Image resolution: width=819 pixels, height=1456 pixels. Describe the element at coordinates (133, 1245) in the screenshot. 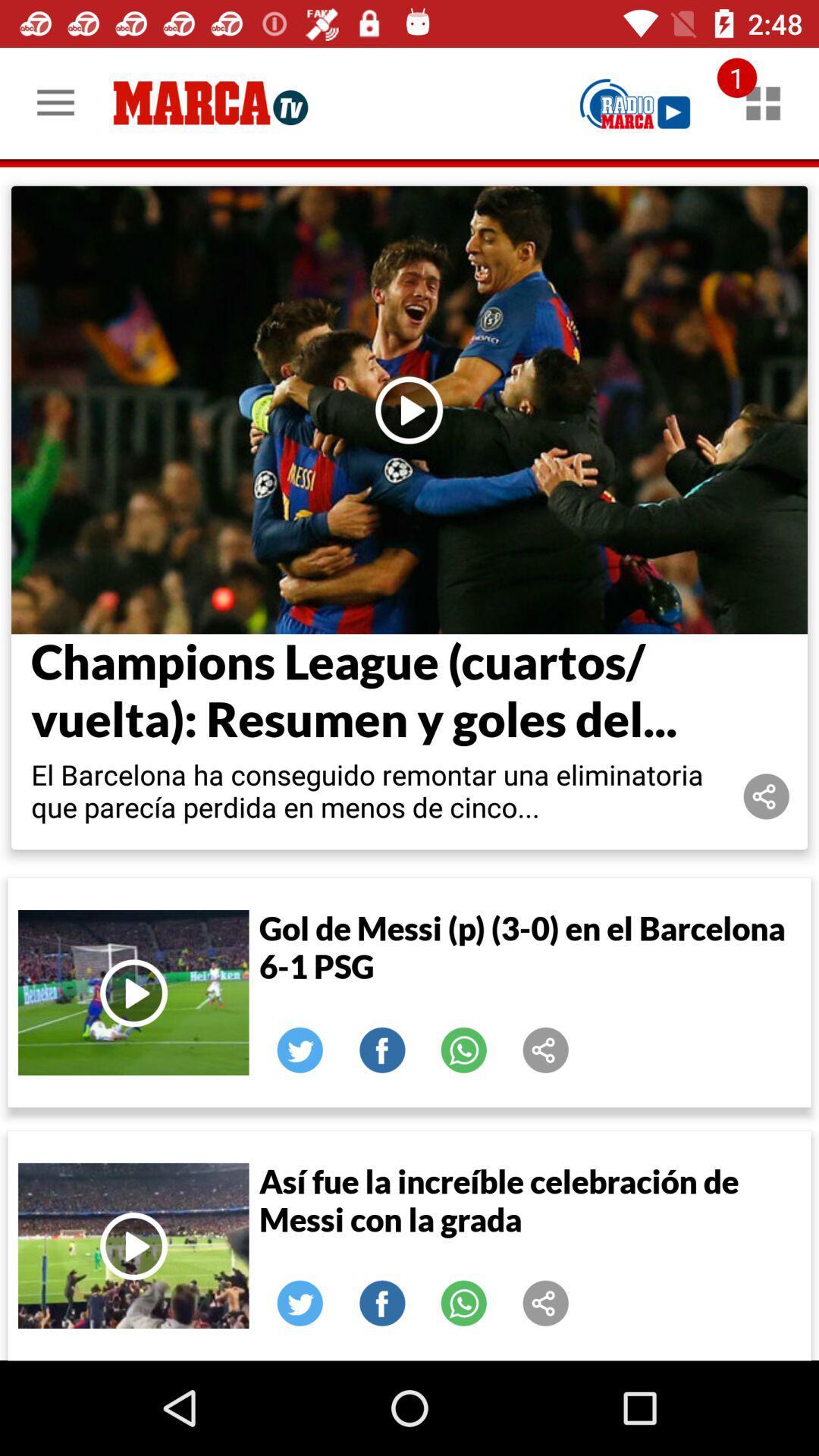

I see `open video` at that location.